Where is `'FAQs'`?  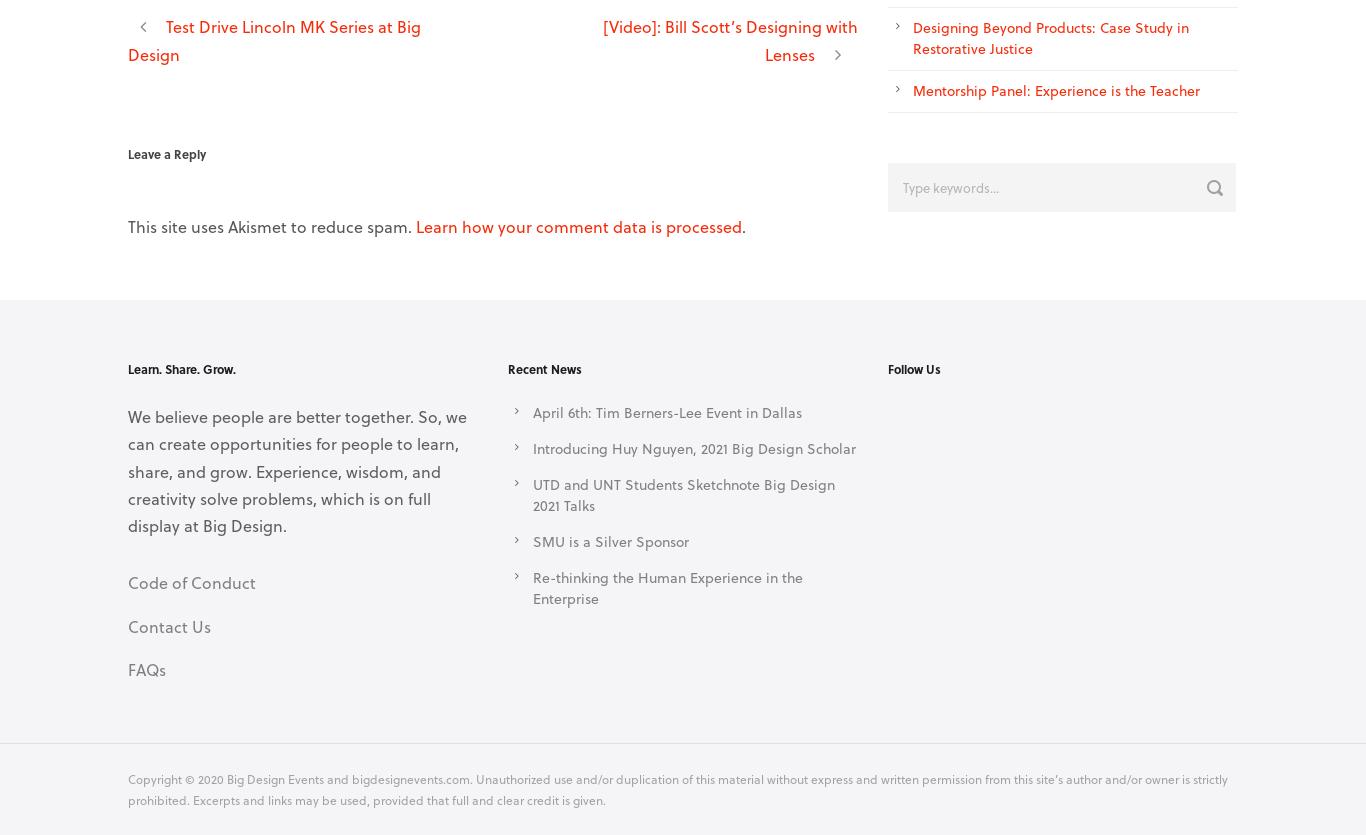
'FAQs' is located at coordinates (145, 669).